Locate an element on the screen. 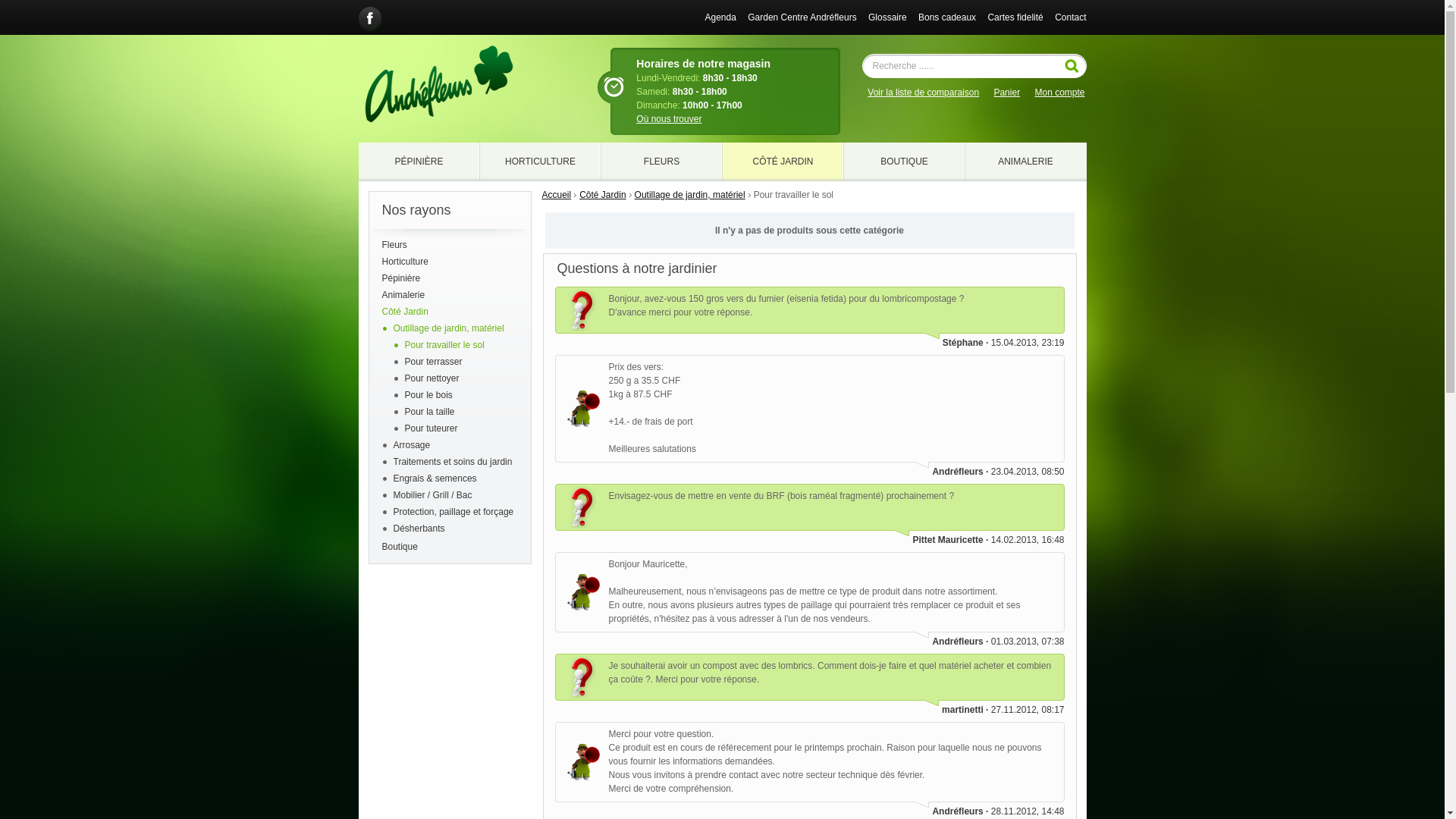 The height and width of the screenshot is (819, 1456). 'Contact' is located at coordinates (1069, 17).